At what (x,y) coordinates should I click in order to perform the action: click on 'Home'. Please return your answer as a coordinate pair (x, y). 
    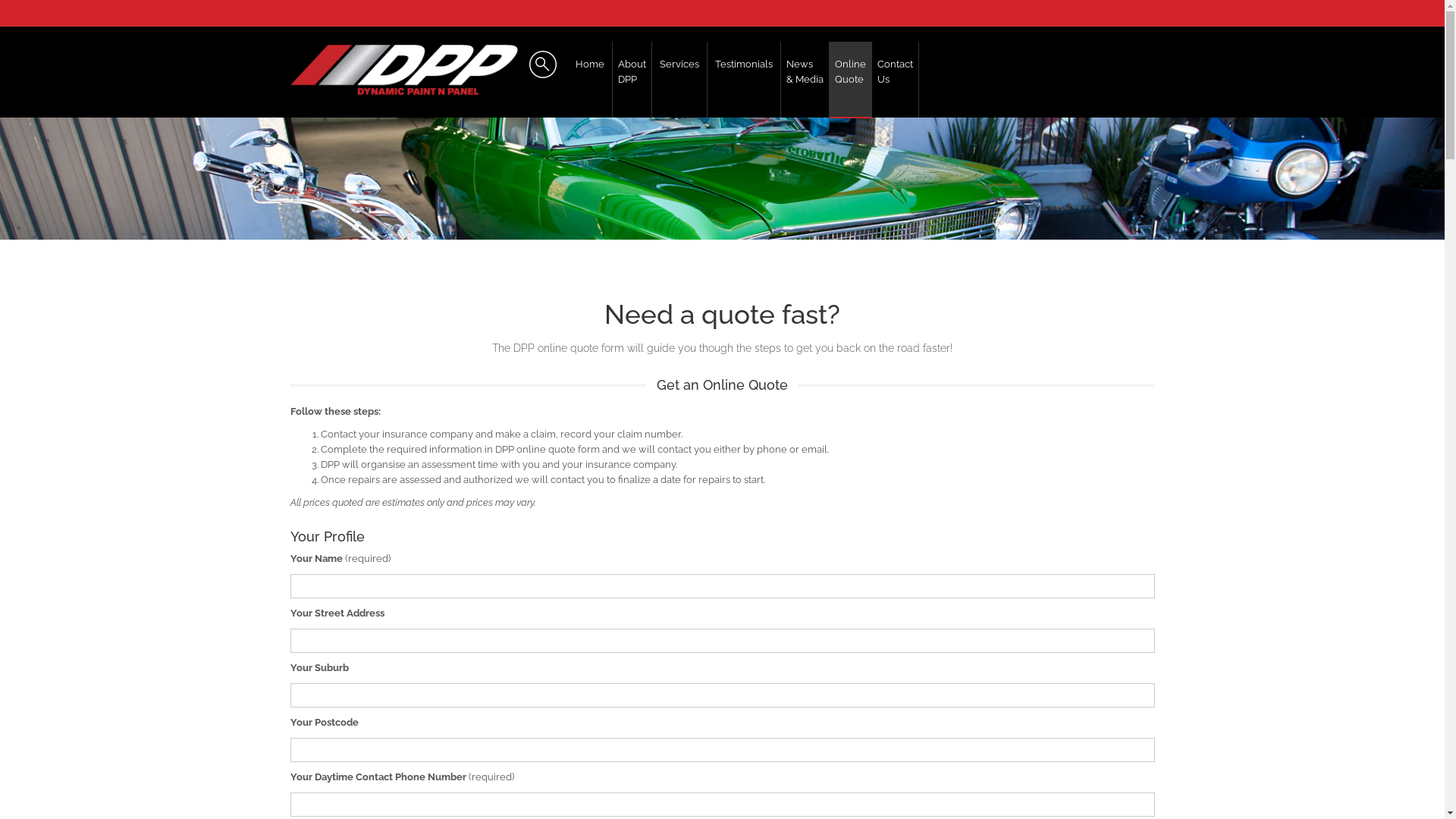
    Looking at the image, I should click on (588, 79).